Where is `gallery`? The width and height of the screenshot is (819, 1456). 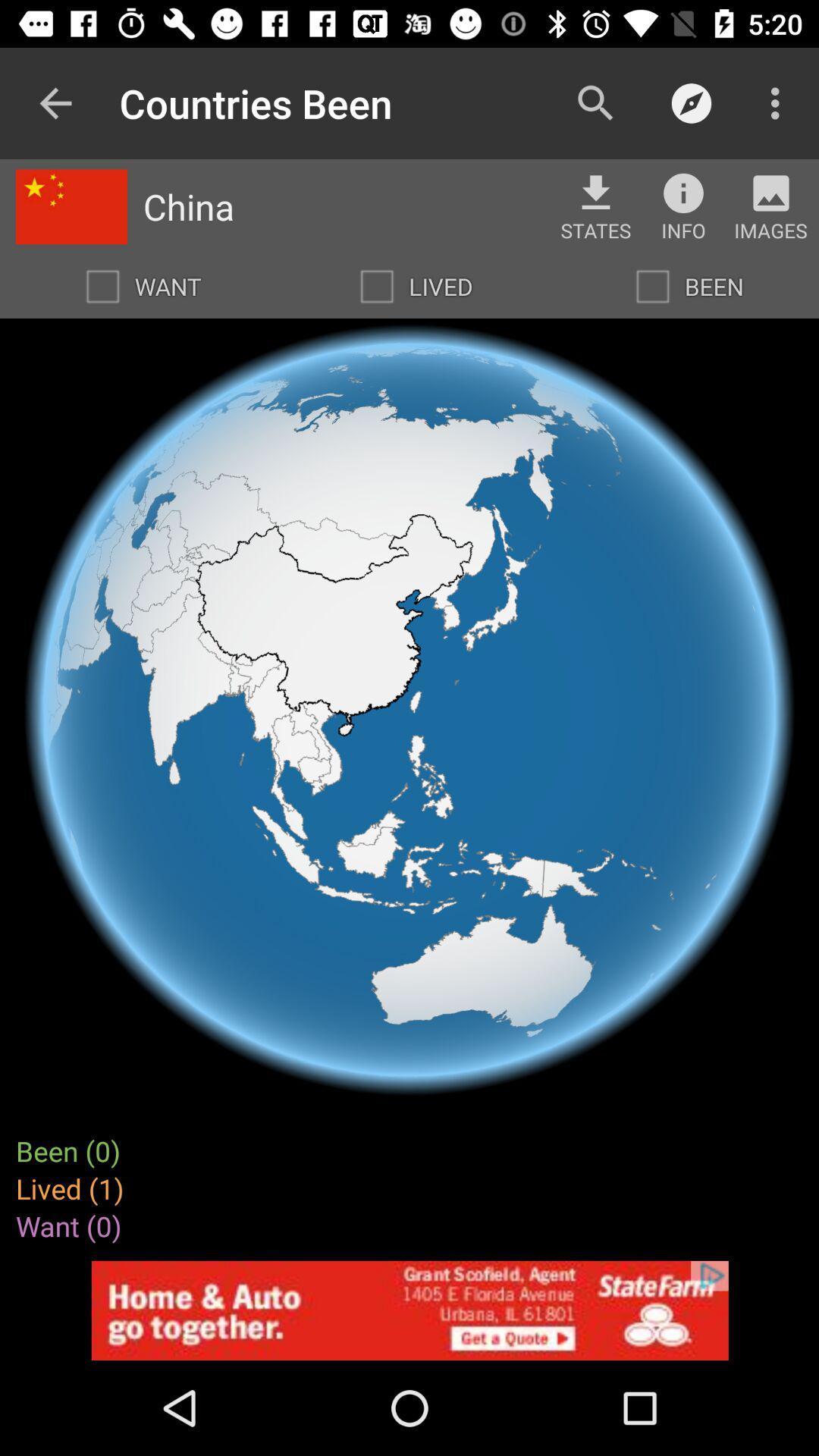
gallery is located at coordinates (771, 192).